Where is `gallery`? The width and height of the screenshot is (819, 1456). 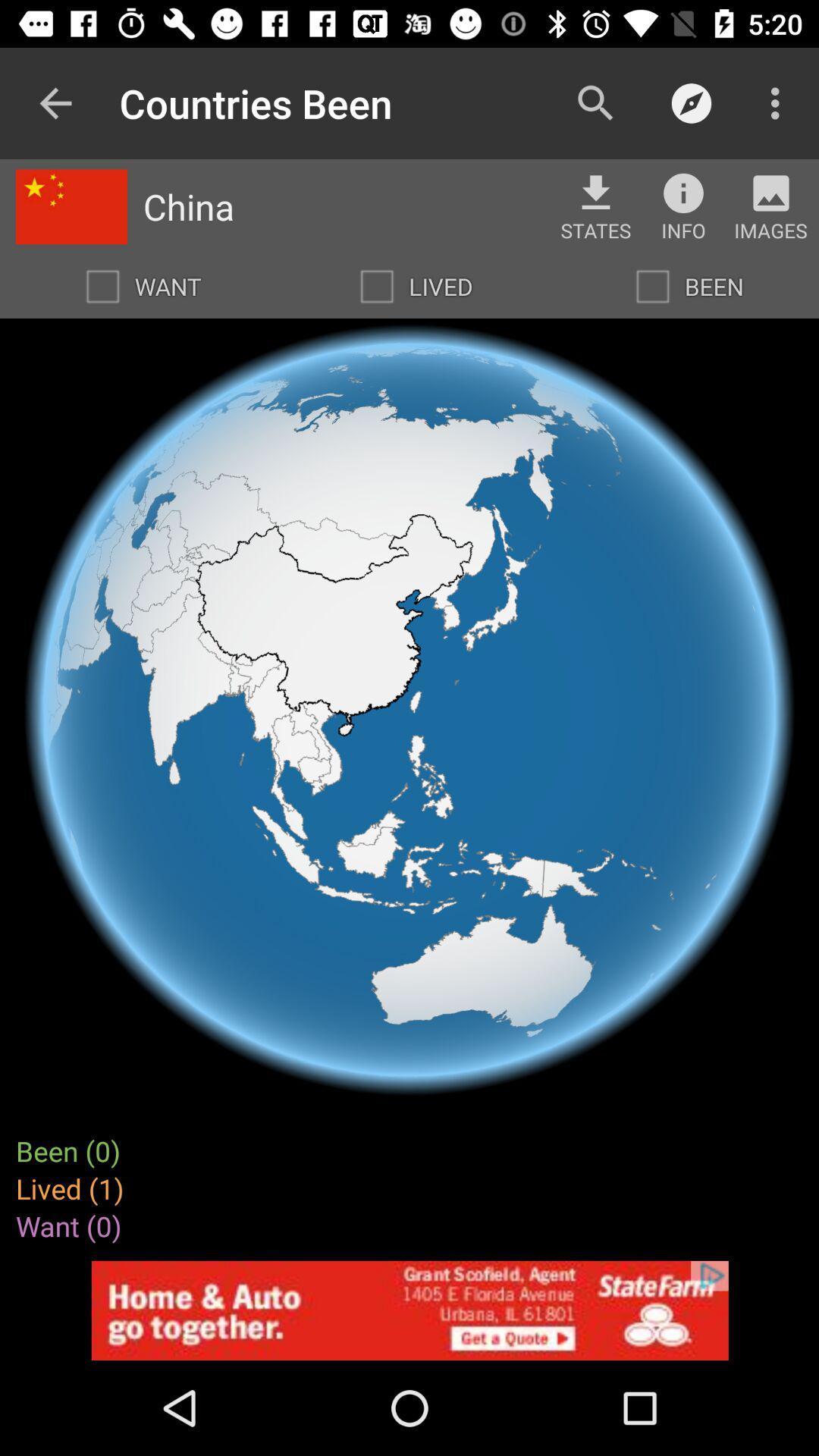
gallery is located at coordinates (771, 192).